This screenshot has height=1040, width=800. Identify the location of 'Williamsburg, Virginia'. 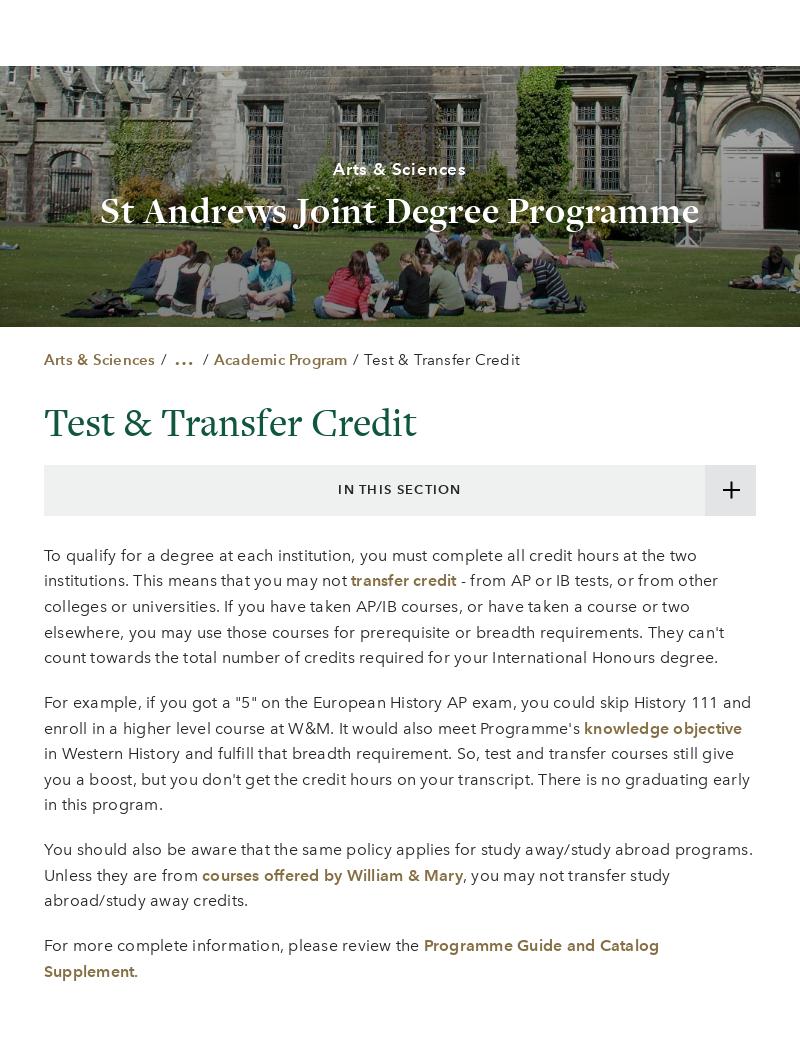
(305, 832).